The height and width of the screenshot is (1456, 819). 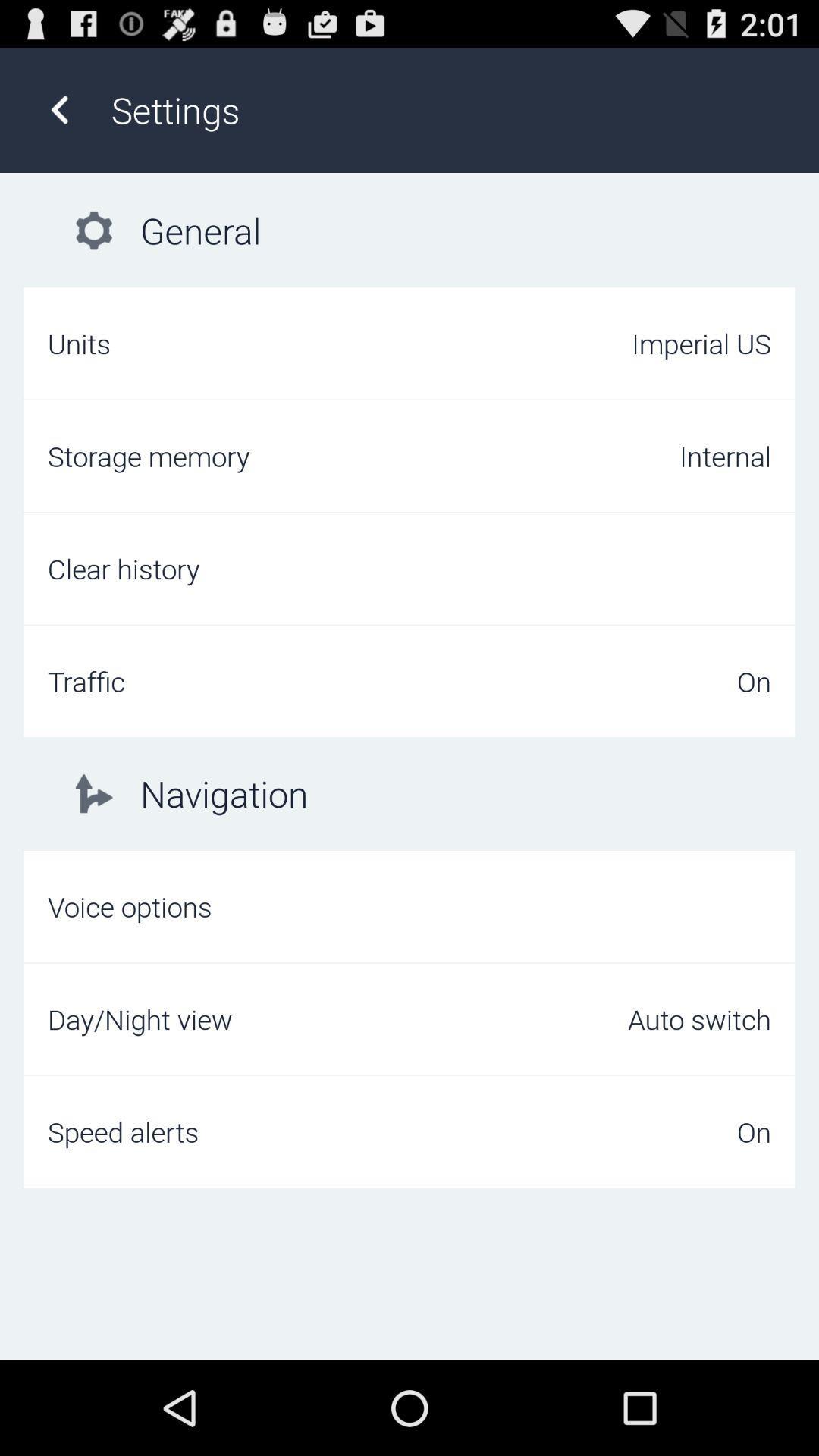 What do you see at coordinates (58, 117) in the screenshot?
I see `the arrow_backward icon` at bounding box center [58, 117].